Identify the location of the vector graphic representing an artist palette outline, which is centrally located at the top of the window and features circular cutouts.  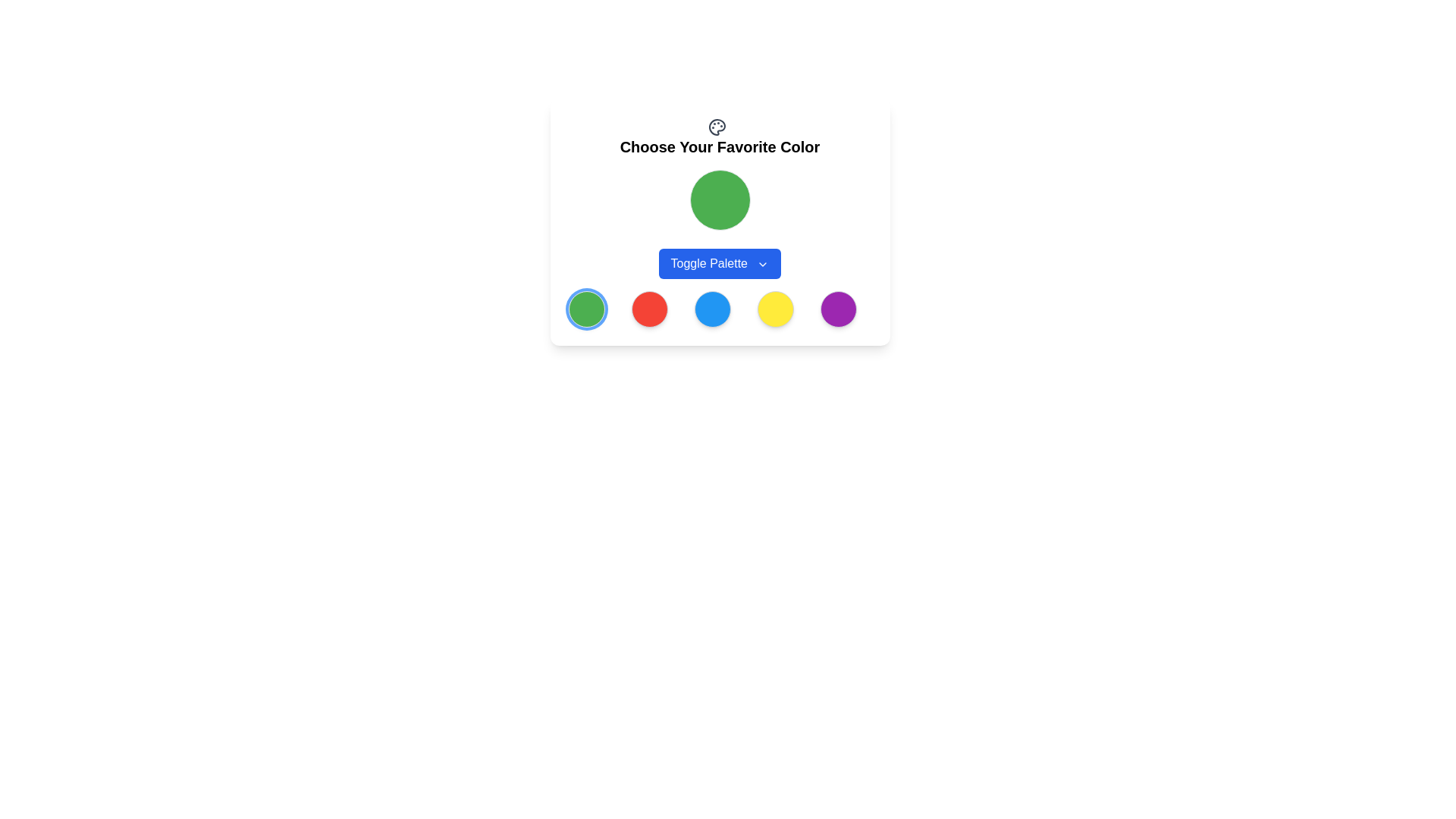
(716, 126).